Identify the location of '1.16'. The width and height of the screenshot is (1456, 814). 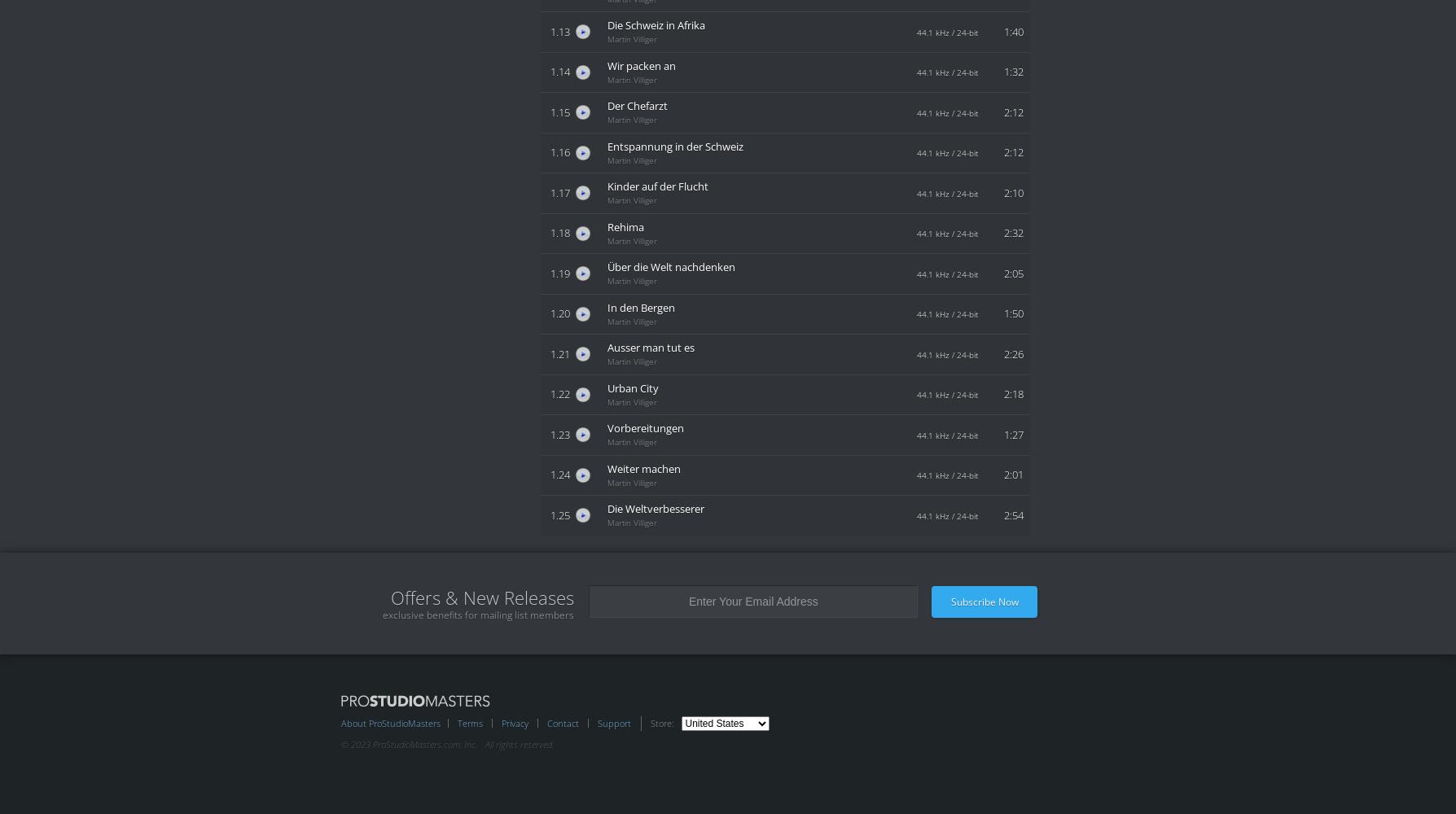
(550, 152).